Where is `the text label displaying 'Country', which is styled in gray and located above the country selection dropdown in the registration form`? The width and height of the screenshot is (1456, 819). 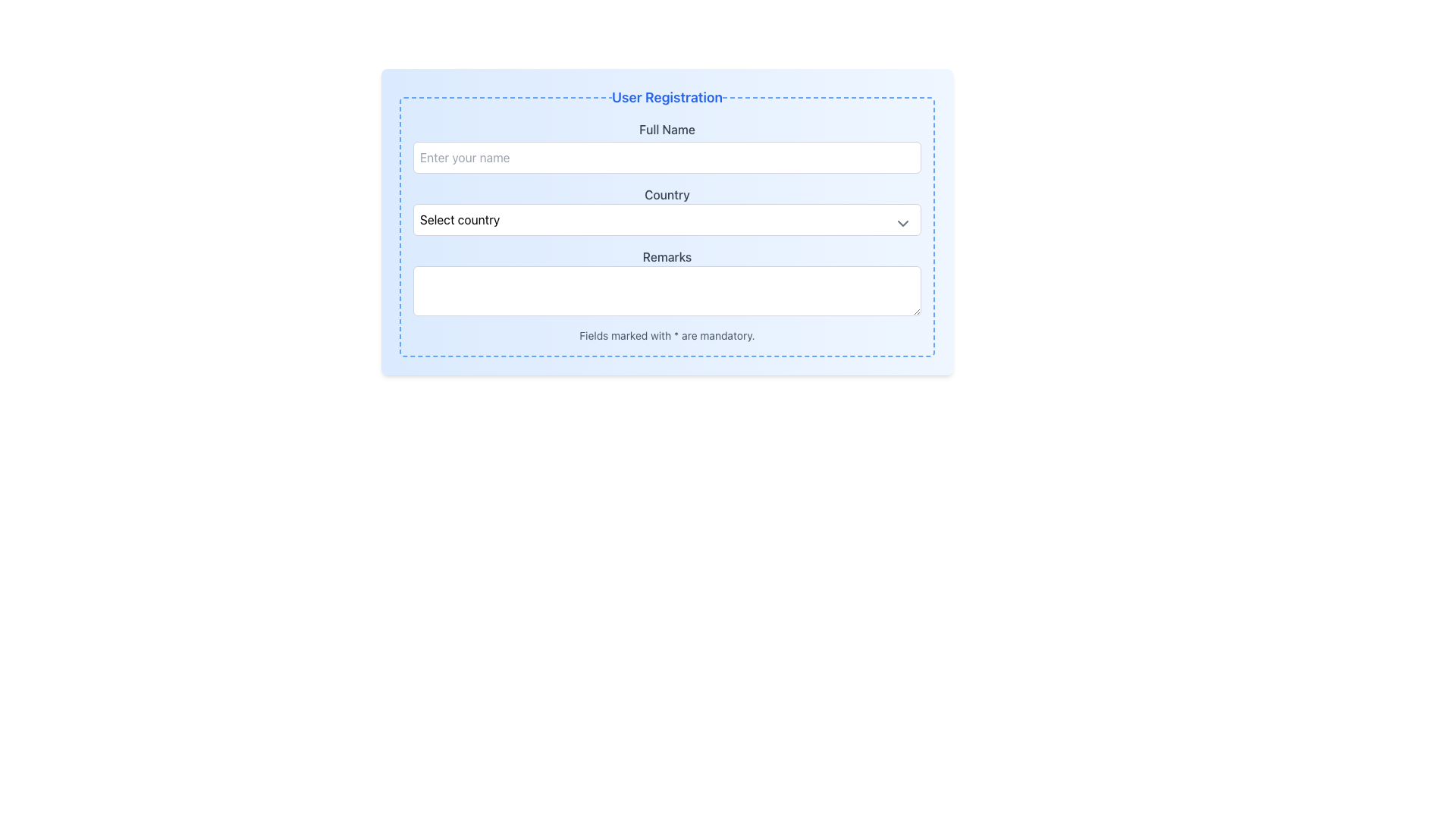
the text label displaying 'Country', which is styled in gray and located above the country selection dropdown in the registration form is located at coordinates (667, 194).